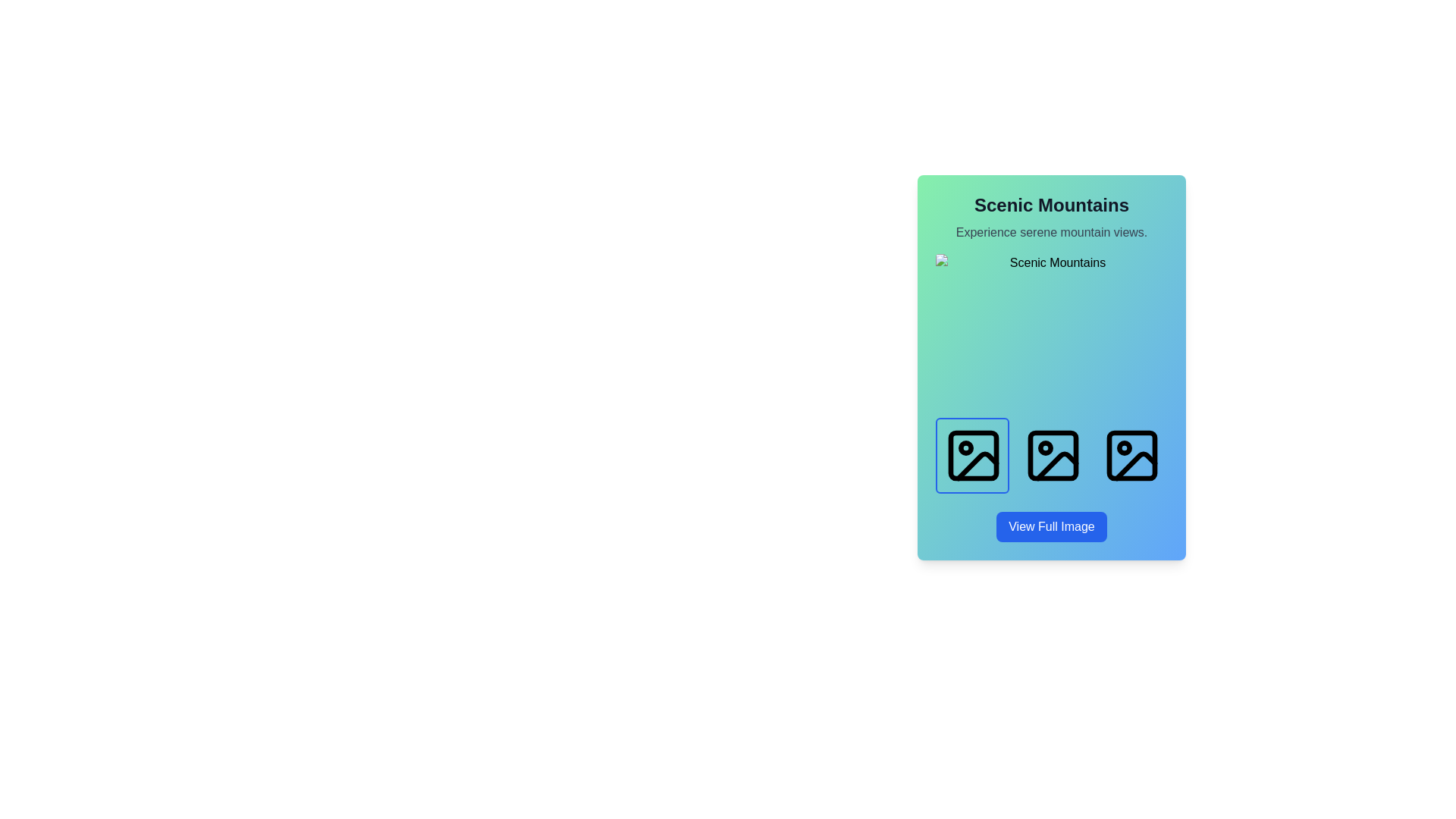  I want to click on the image button located in the top-left part of the row under the header section titled 'Scenic Mountains', so click(972, 455).